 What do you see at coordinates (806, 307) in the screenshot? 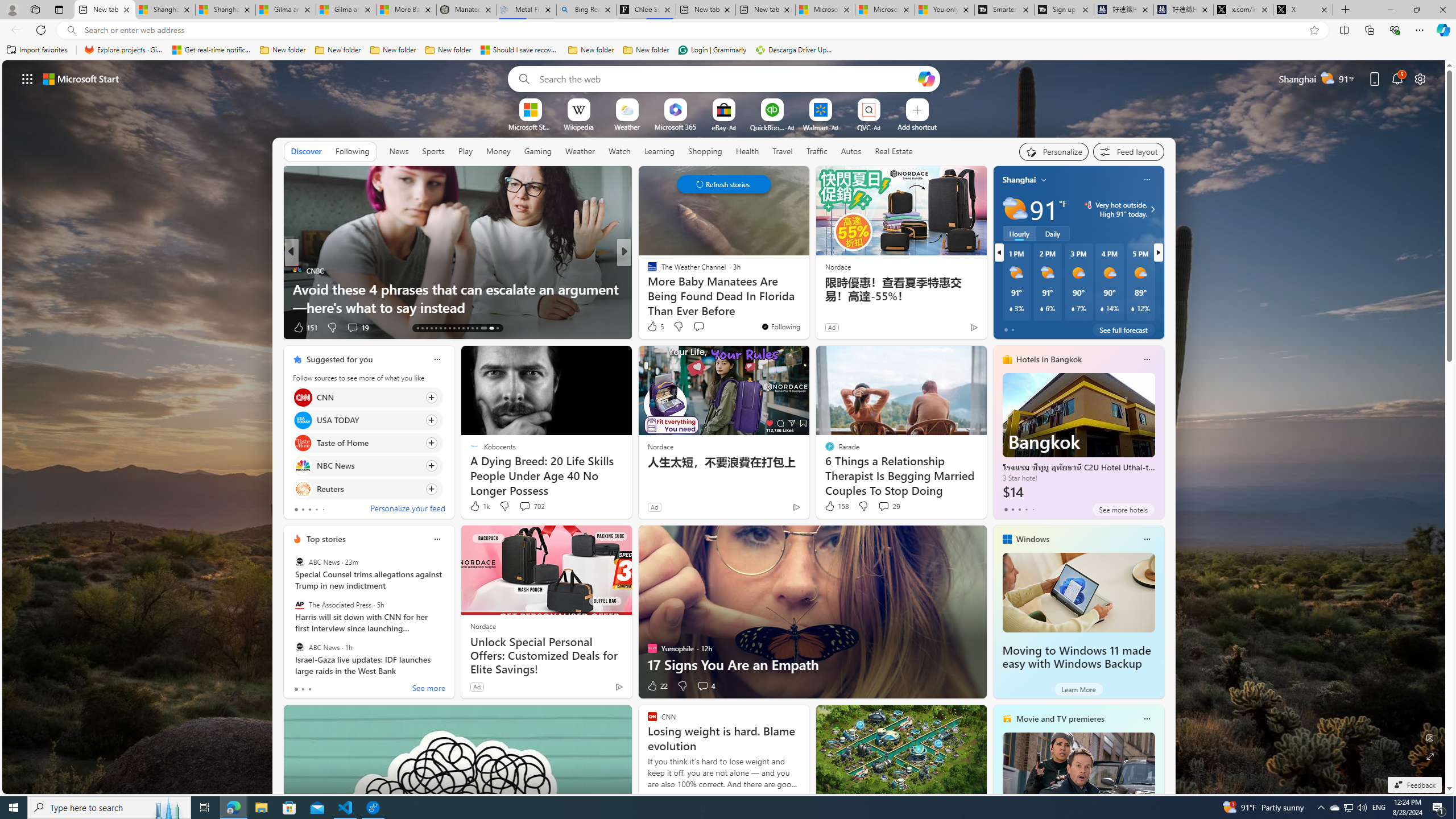
I see `'Top 10 Worst Things To Do When Camping'` at bounding box center [806, 307].